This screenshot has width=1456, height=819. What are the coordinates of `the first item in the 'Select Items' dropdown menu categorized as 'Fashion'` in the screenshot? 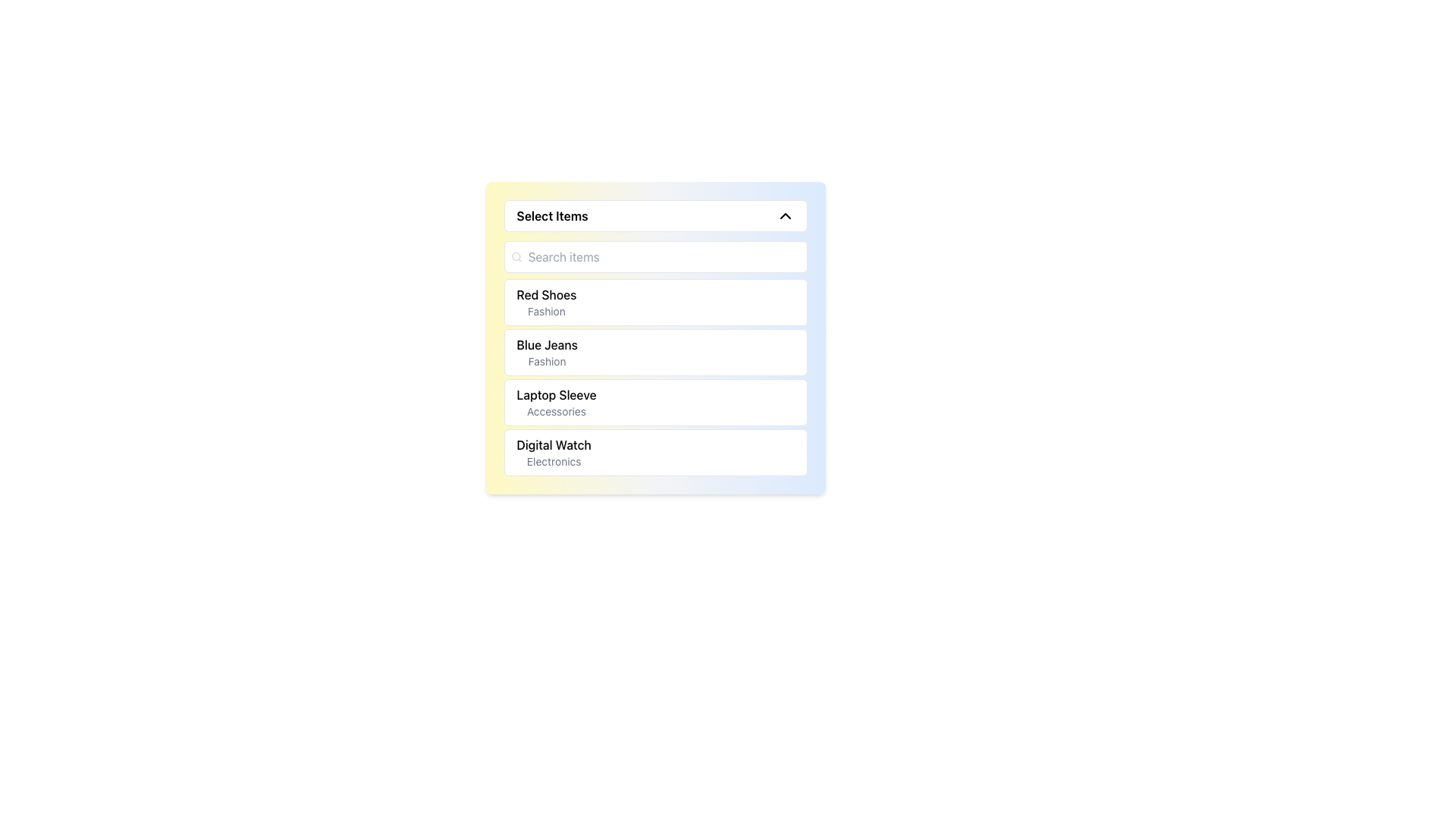 It's located at (546, 302).